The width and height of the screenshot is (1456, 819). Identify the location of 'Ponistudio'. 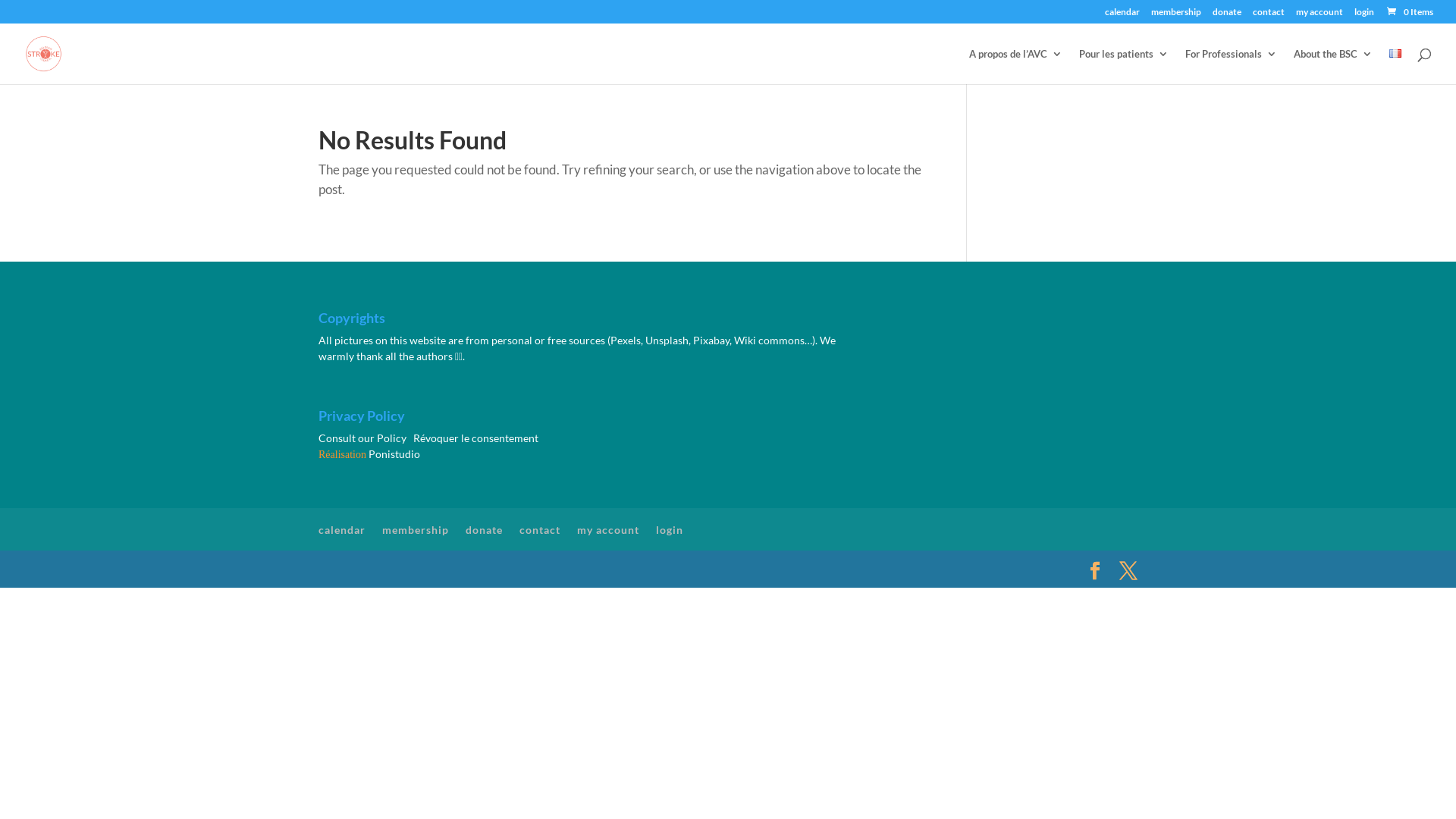
(394, 453).